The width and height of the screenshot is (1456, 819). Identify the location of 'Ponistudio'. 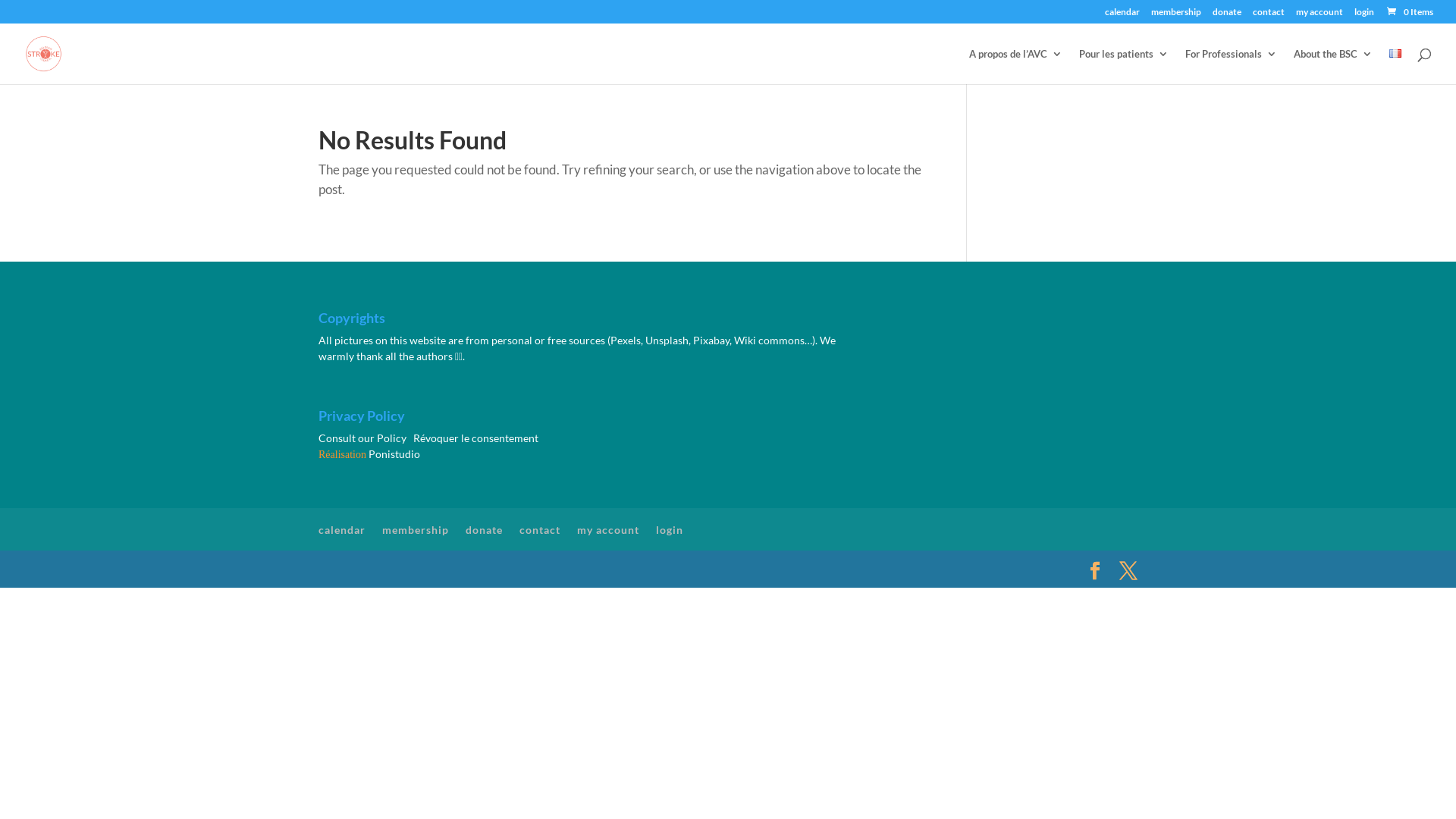
(394, 453).